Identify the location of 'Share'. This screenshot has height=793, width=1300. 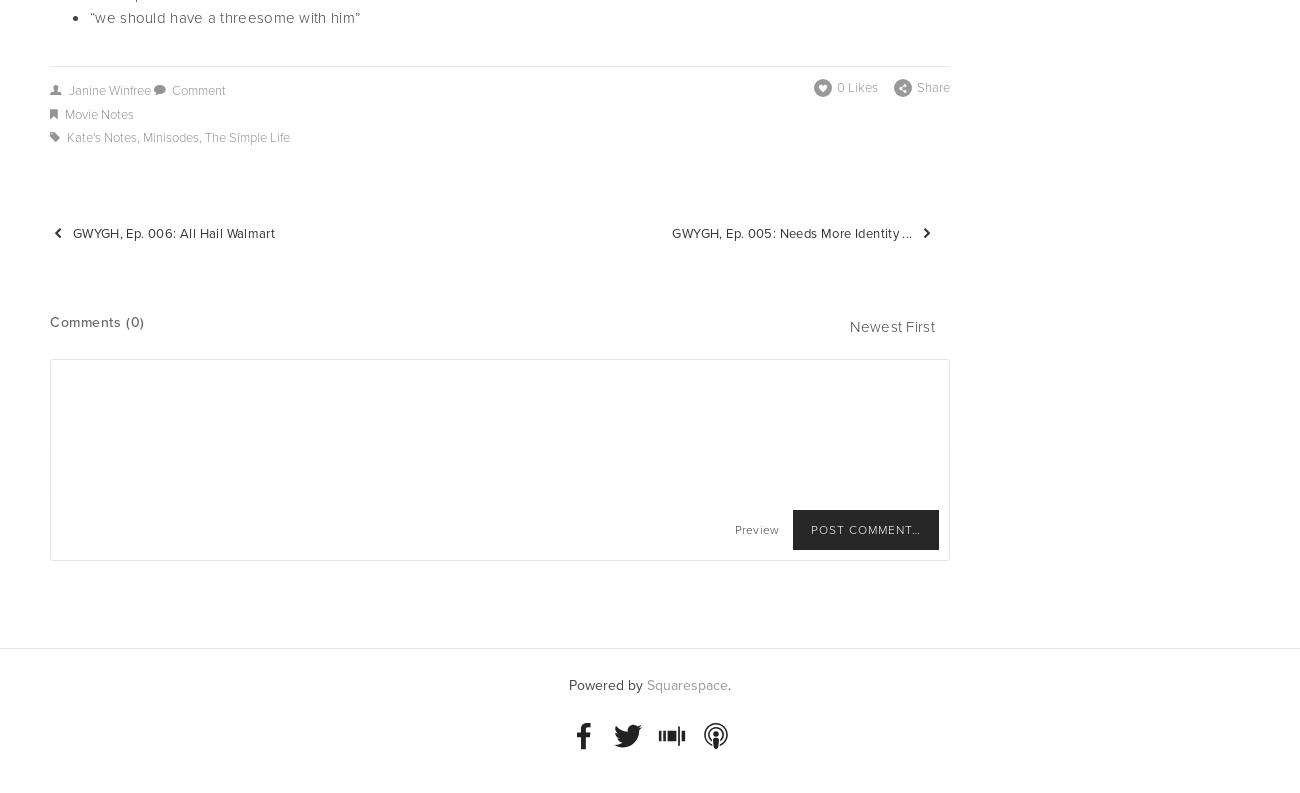
(933, 87).